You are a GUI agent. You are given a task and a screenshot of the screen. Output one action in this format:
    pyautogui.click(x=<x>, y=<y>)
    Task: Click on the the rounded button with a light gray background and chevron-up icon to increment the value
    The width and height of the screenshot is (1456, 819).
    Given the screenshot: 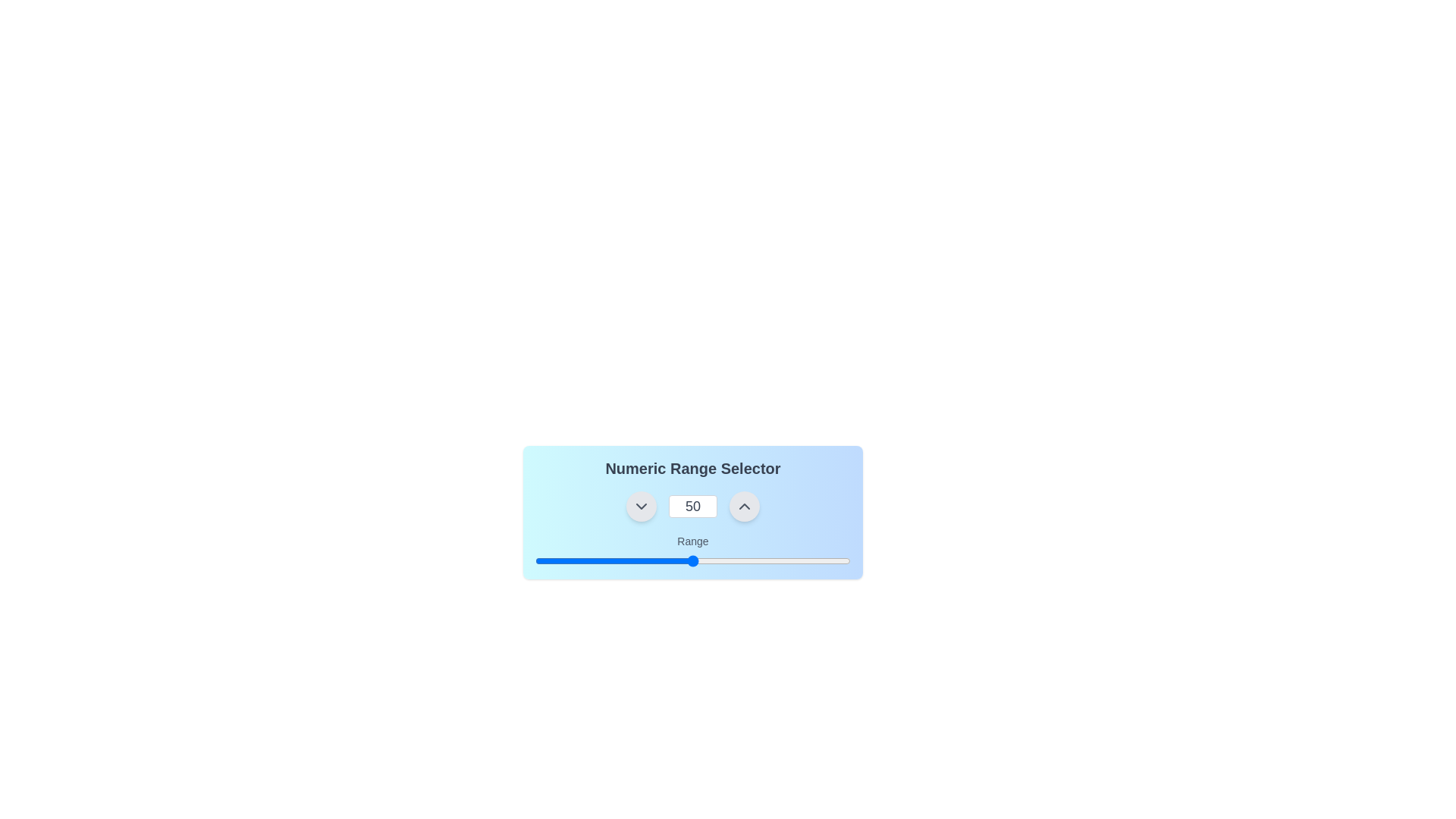 What is the action you would take?
    pyautogui.click(x=745, y=506)
    